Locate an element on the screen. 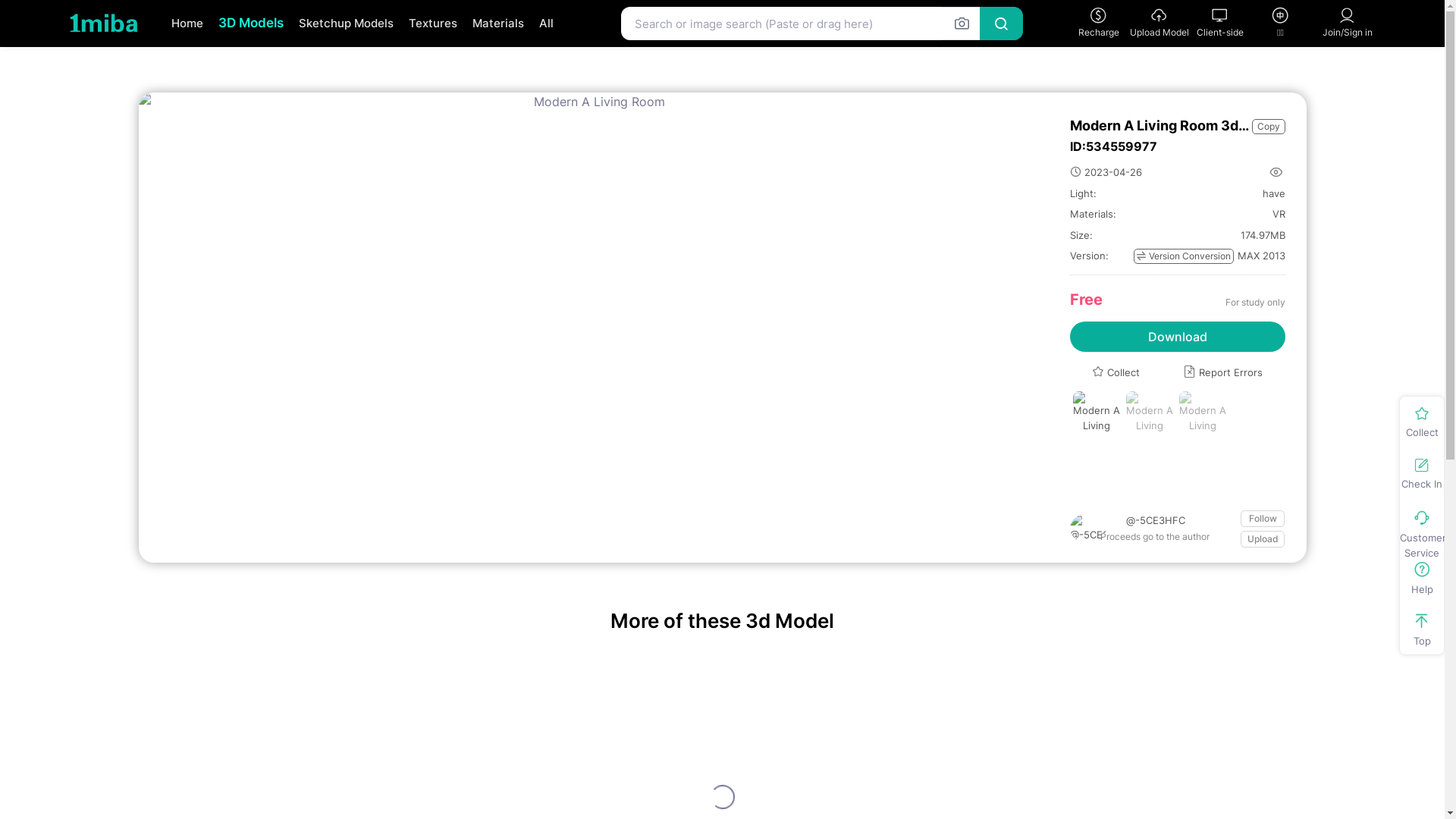 The image size is (1456, 819). 'Textures' is located at coordinates (431, 24).